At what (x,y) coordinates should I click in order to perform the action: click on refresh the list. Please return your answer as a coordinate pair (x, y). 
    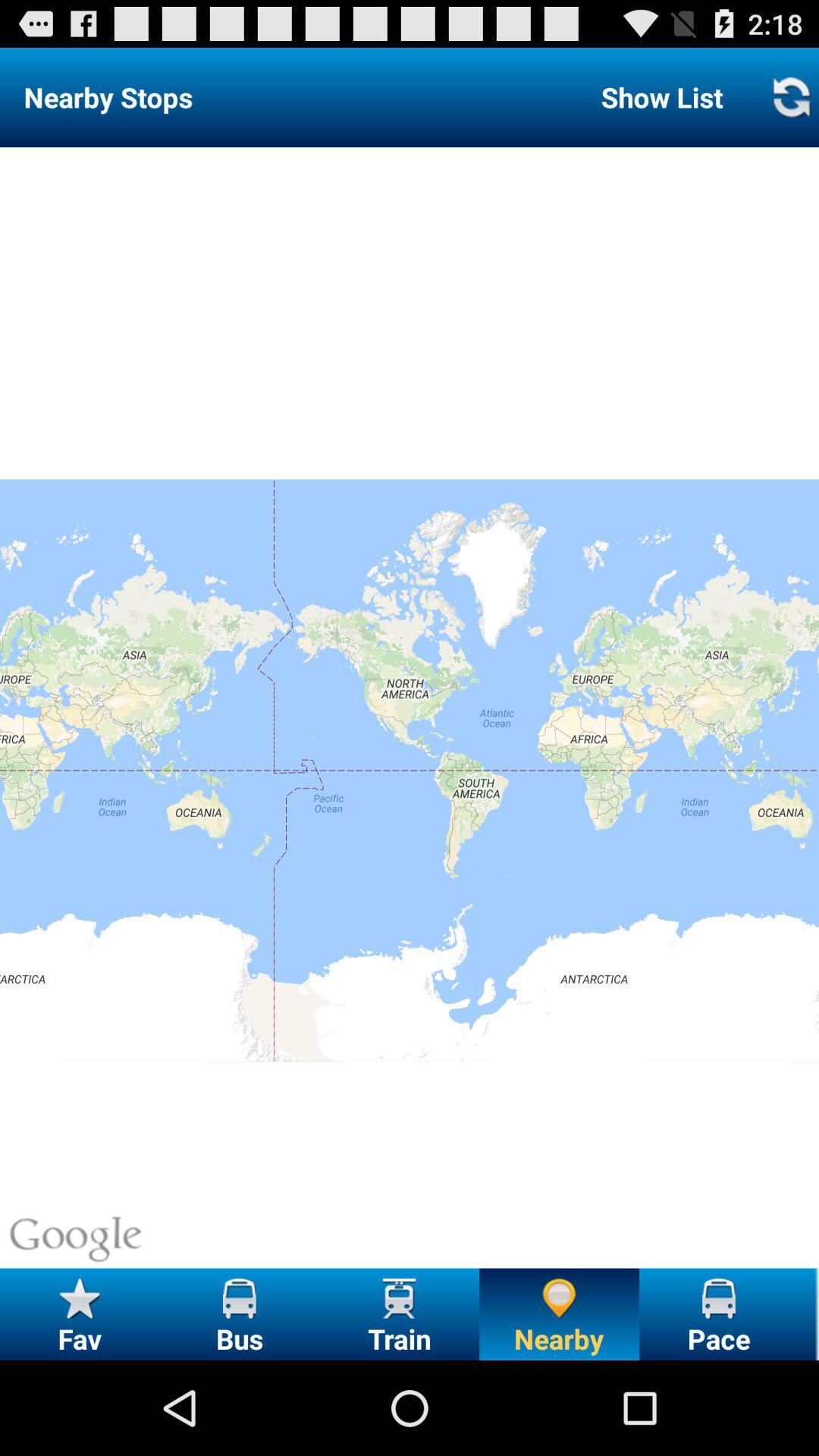
    Looking at the image, I should click on (790, 96).